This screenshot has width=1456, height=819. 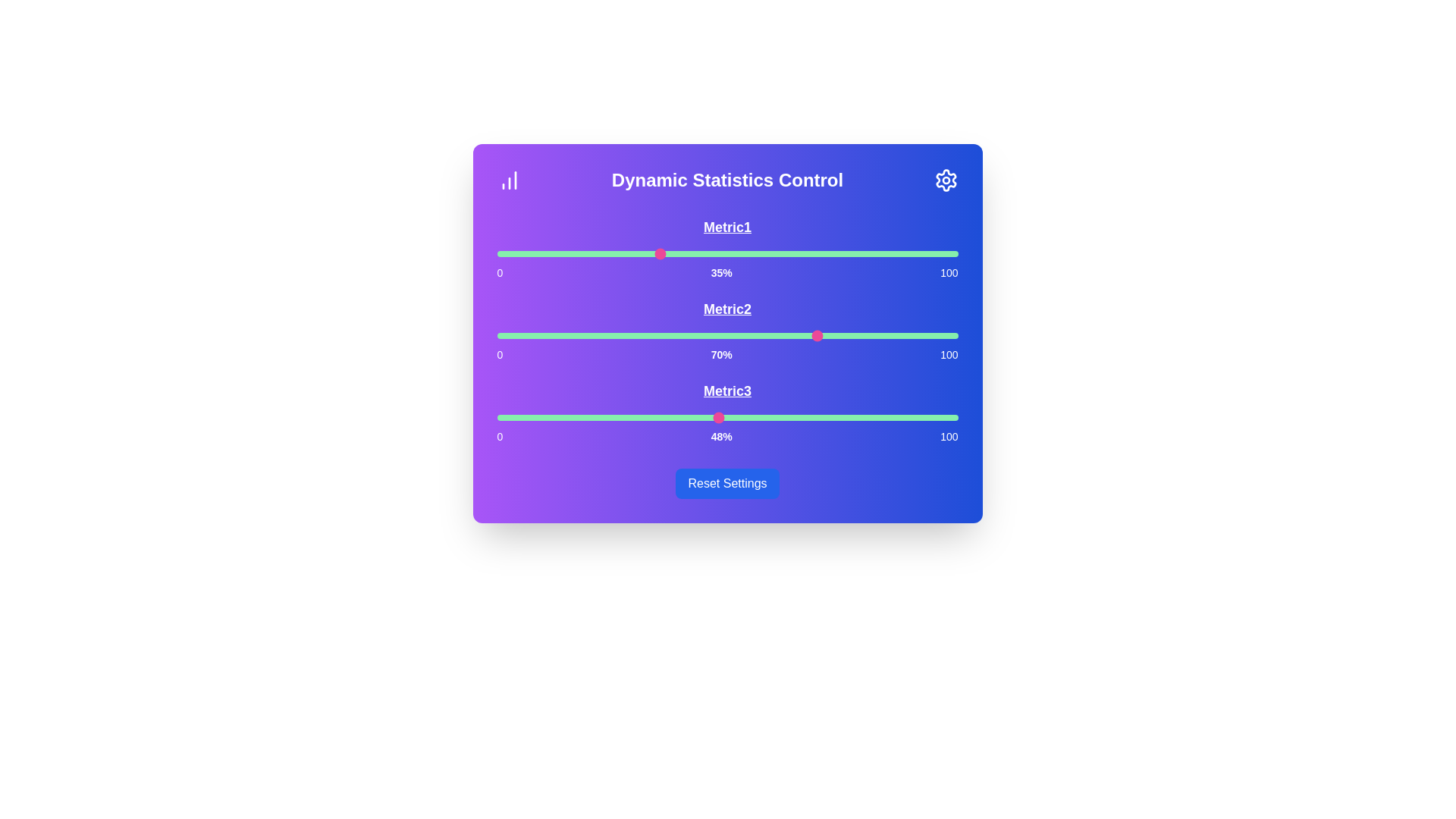 What do you see at coordinates (509, 180) in the screenshot?
I see `the bar_chart icon in the header` at bounding box center [509, 180].